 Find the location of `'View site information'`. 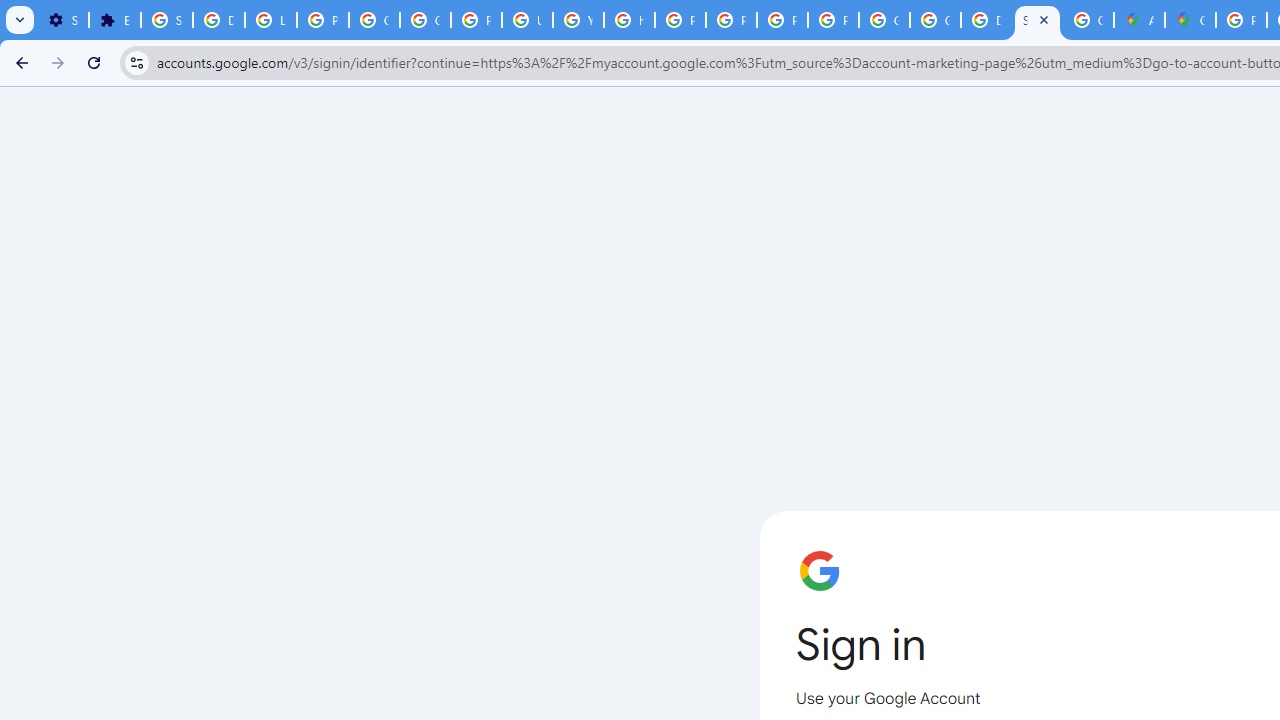

'View site information' is located at coordinates (135, 61).